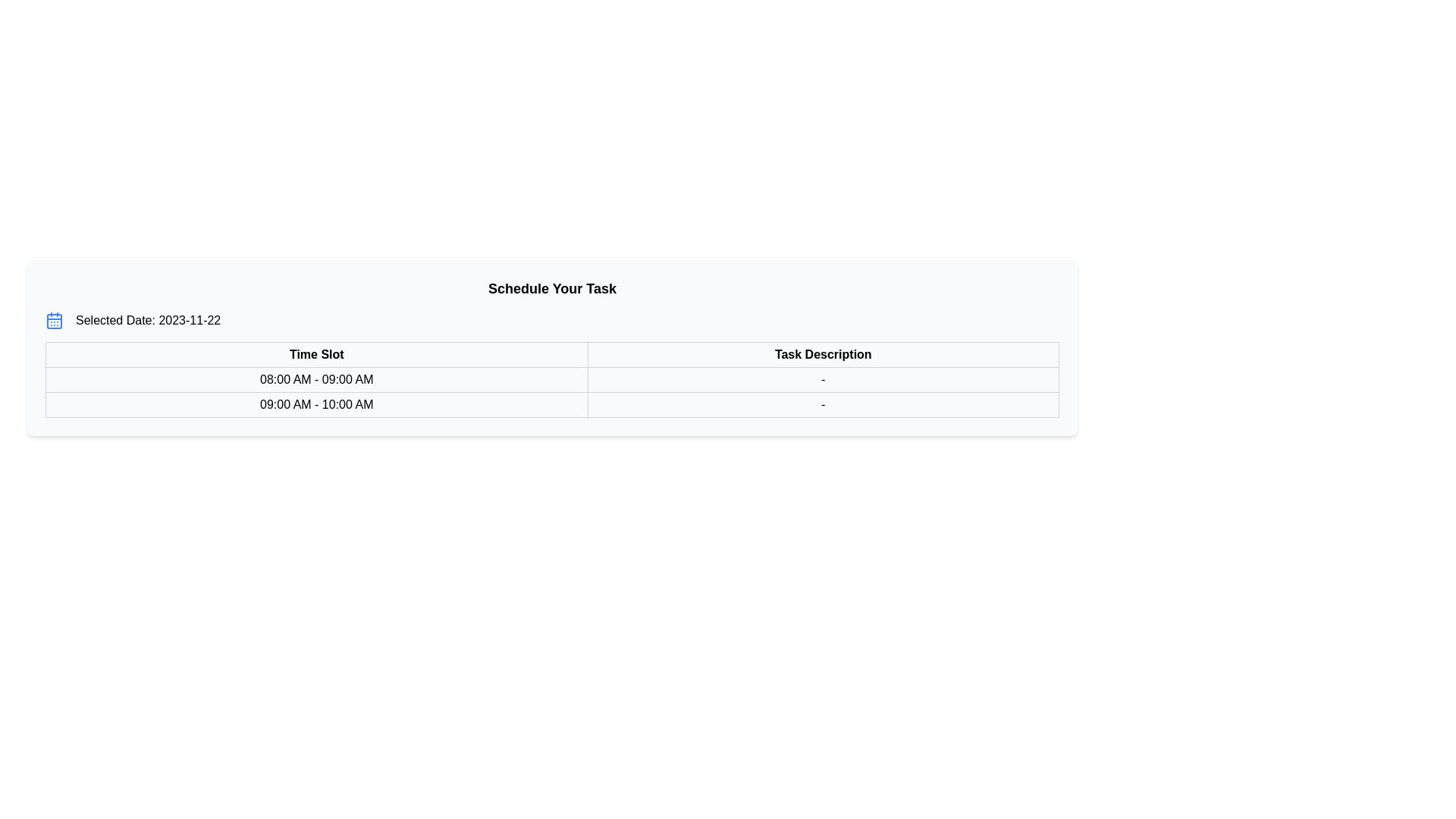  Describe the element at coordinates (315, 403) in the screenshot. I see `the time slot text label located in the second row of the 'Time Slot' table, which is positioned beneath '08:00 AM - 09:00 AM'` at that location.